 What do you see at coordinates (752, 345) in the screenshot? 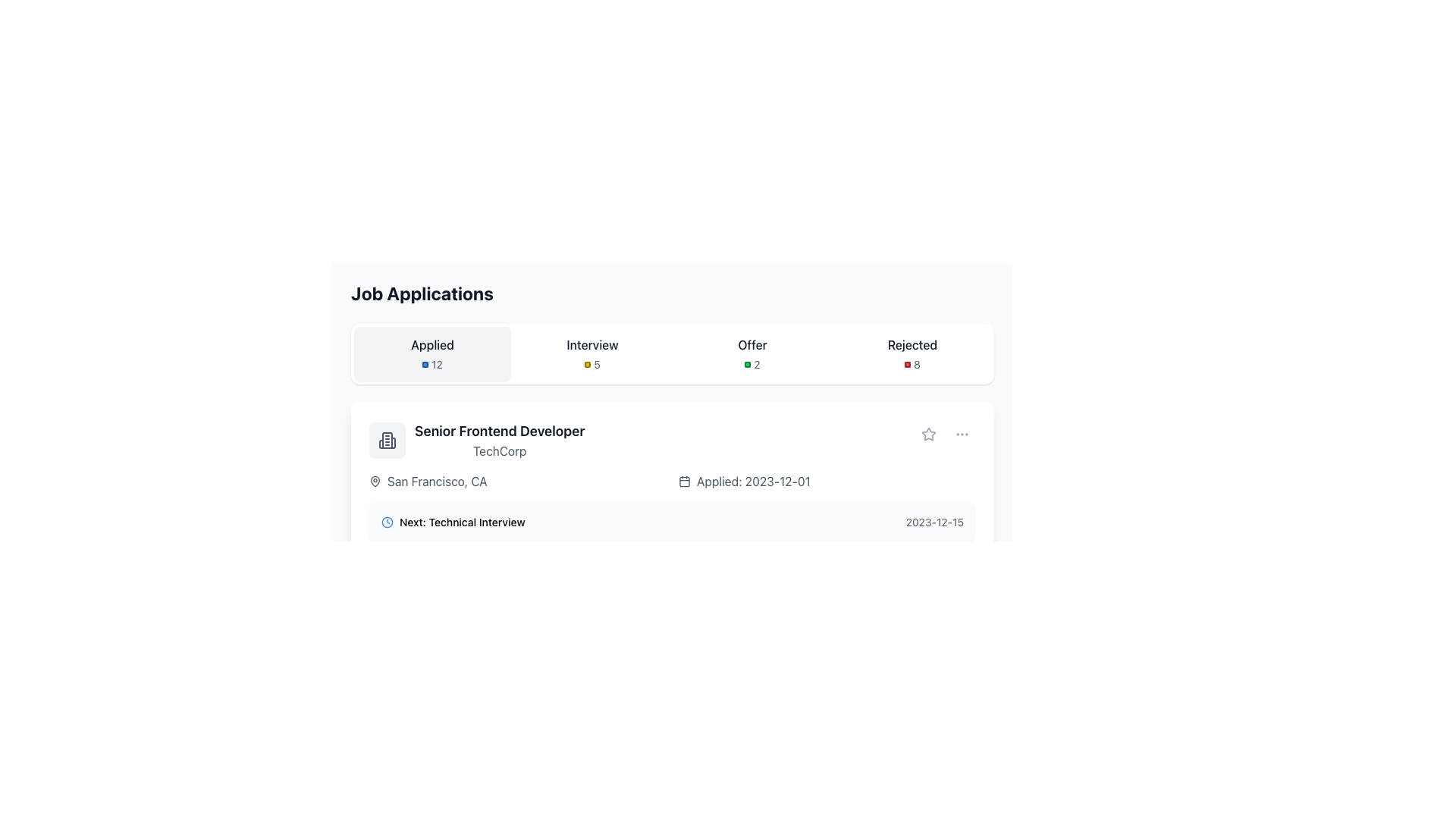
I see `the status label that indicates the application state, centrally positioned between the 'Interview' and 'Rejected' labels in the upper portion of the page` at bounding box center [752, 345].